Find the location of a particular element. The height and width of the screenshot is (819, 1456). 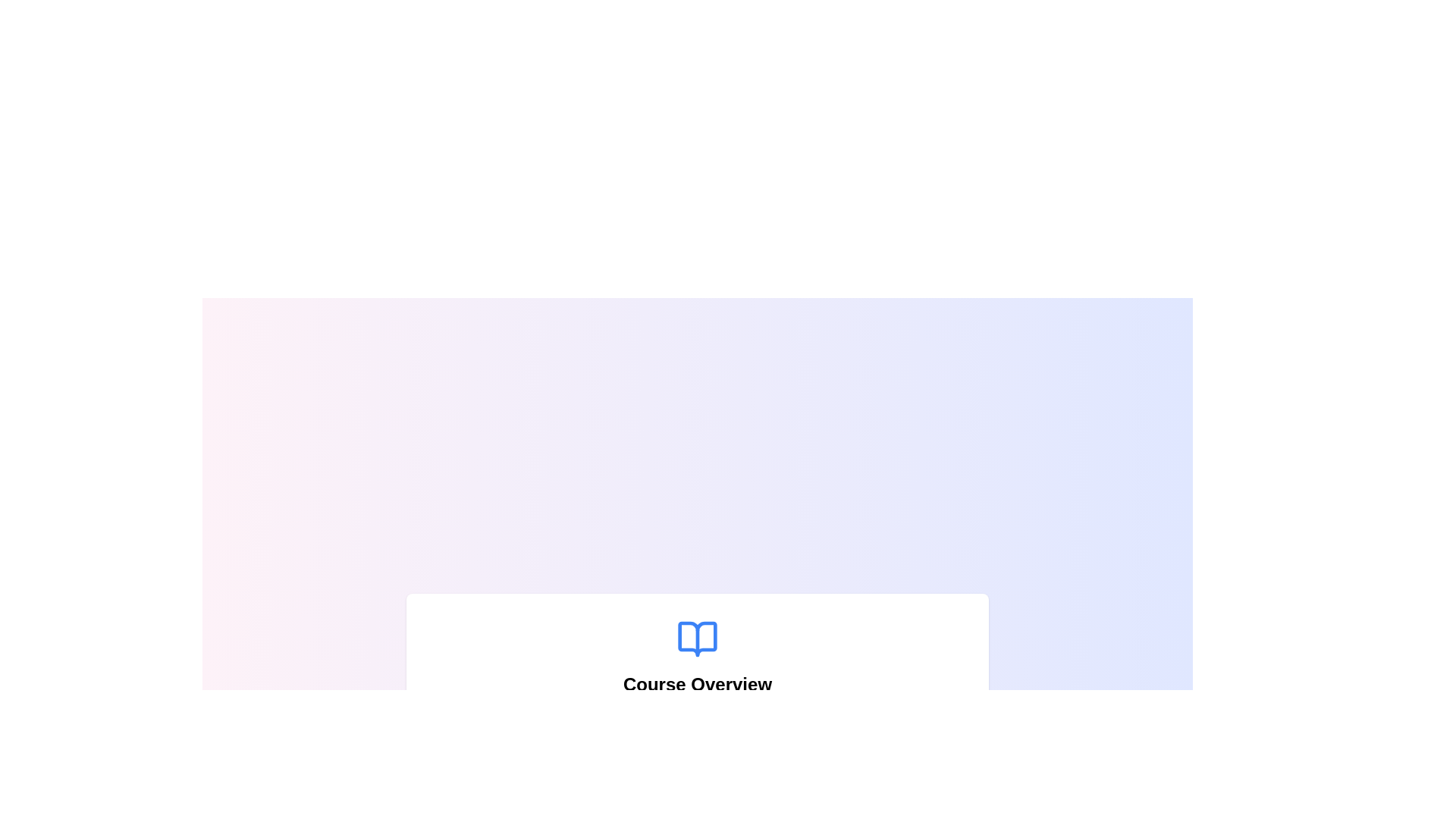

the first circular blue navigation indicator located below the 'Course Overview' area is located at coordinates (682, 792).